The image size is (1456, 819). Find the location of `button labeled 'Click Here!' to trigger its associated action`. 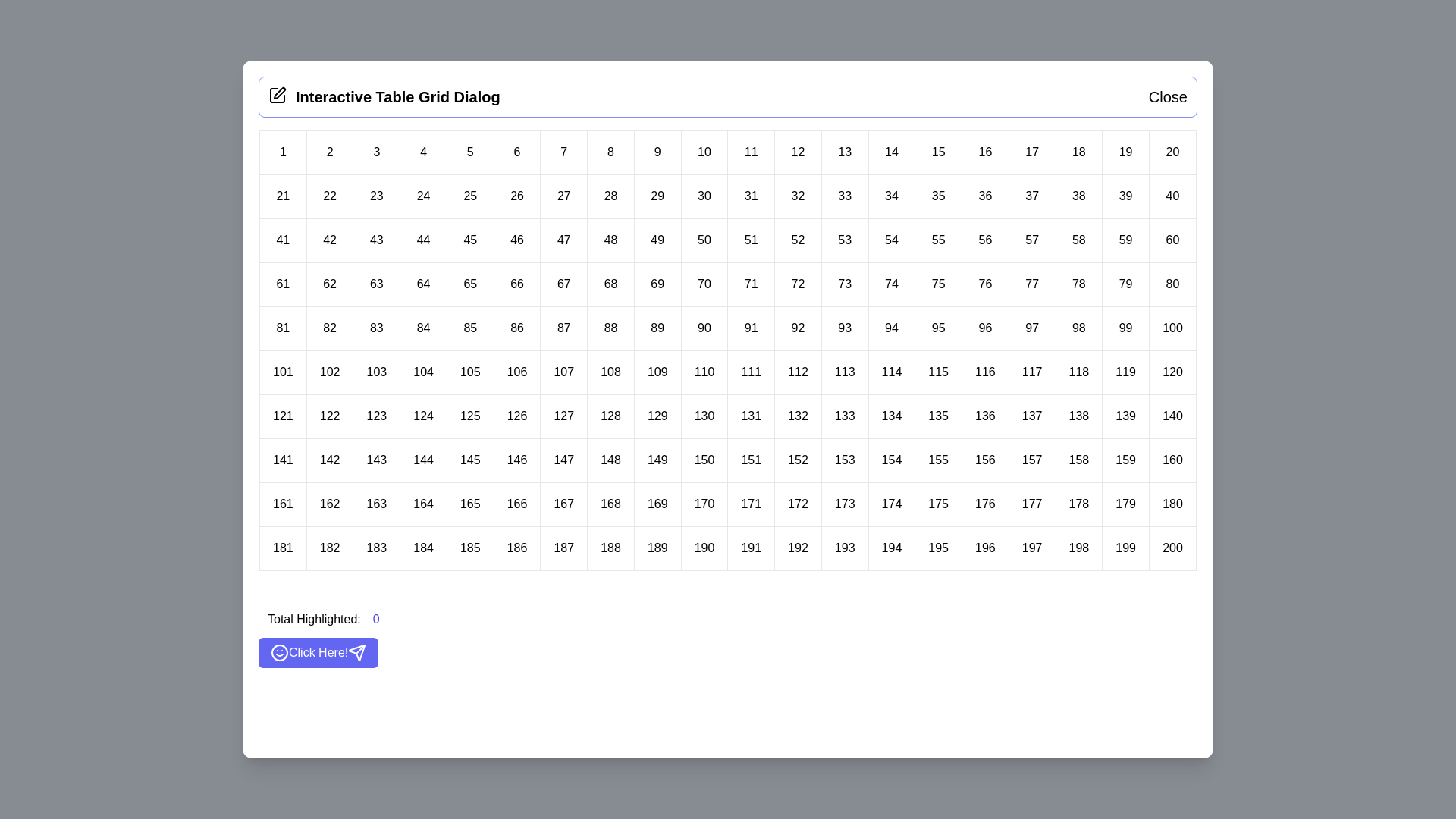

button labeled 'Click Here!' to trigger its associated action is located at coordinates (318, 651).